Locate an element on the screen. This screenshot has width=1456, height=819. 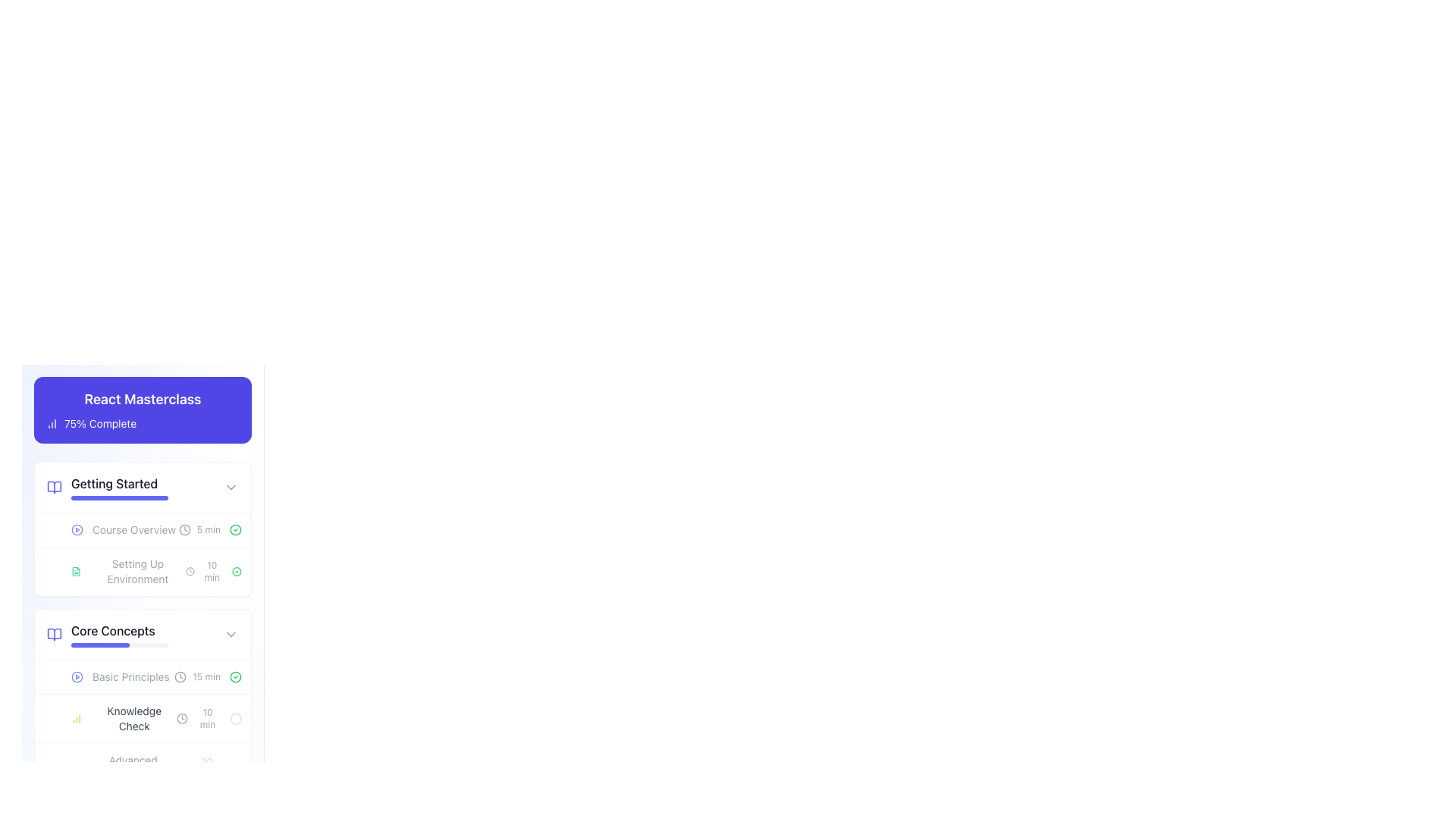
the Toggle icon located at the far right within the 'Getting Started' section is located at coordinates (231, 488).